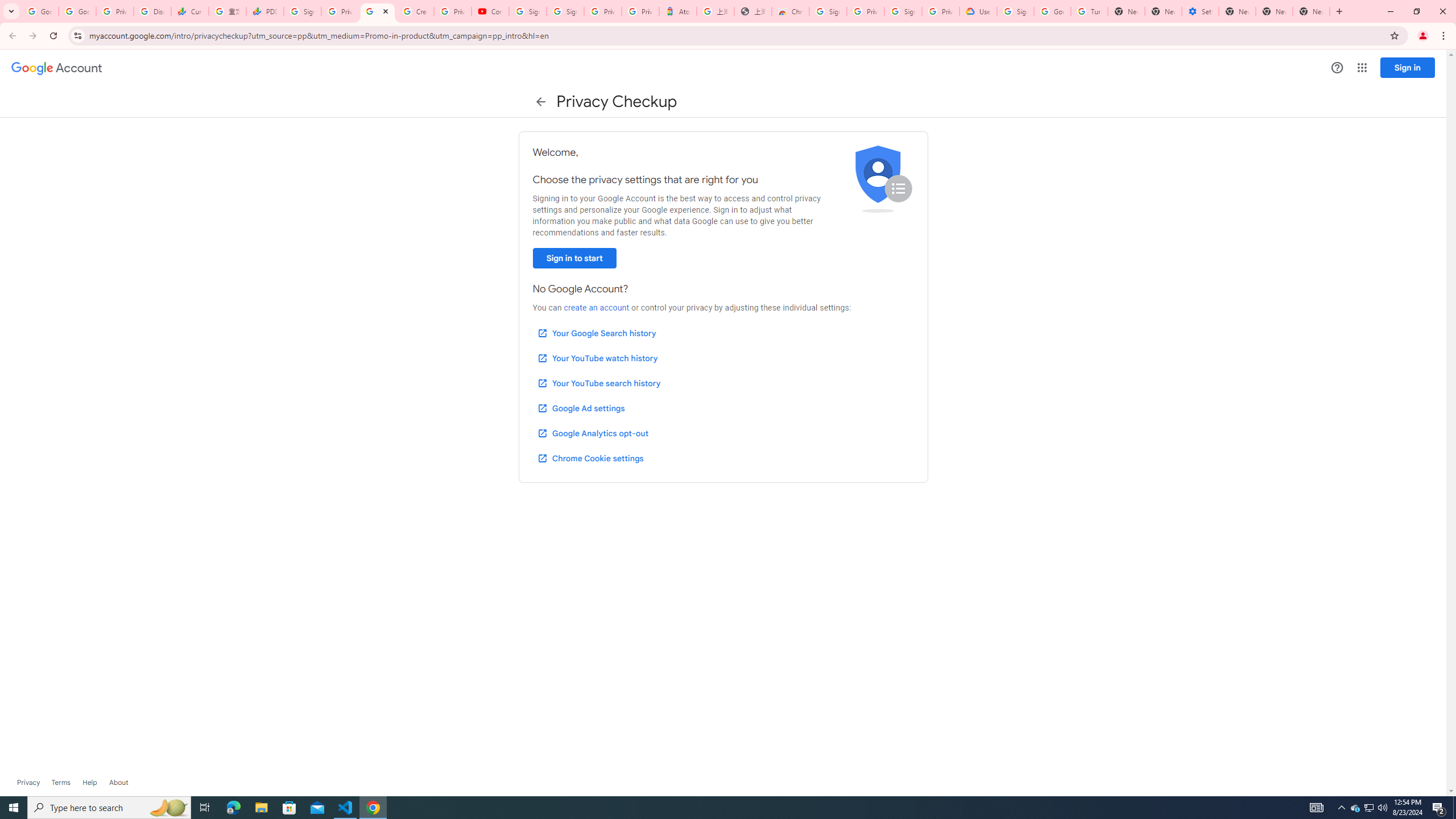  What do you see at coordinates (528, 11) in the screenshot?
I see `'Sign in - Google Accounts'` at bounding box center [528, 11].